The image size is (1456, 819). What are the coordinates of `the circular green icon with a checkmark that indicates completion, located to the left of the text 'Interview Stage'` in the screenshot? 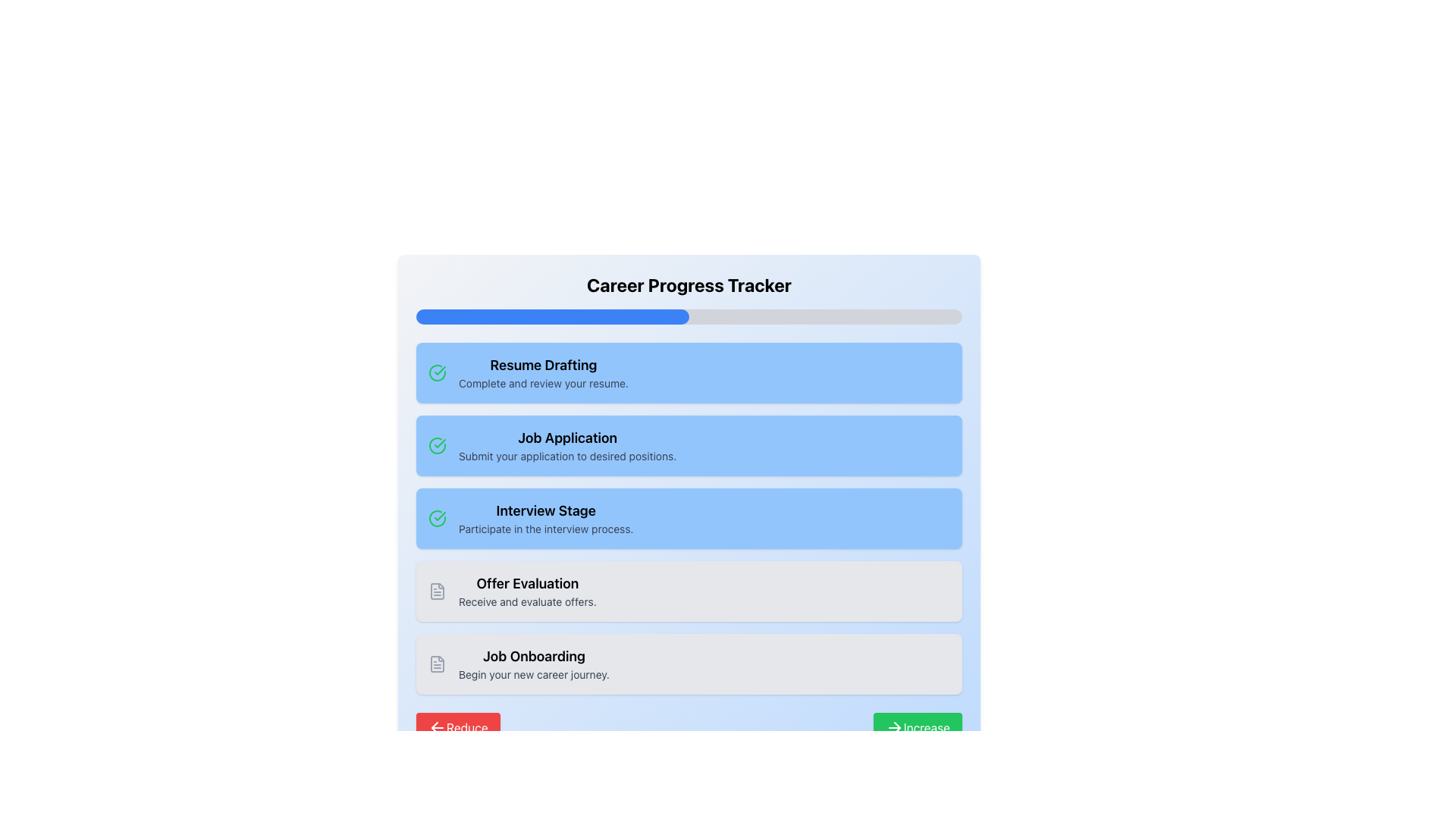 It's located at (436, 517).